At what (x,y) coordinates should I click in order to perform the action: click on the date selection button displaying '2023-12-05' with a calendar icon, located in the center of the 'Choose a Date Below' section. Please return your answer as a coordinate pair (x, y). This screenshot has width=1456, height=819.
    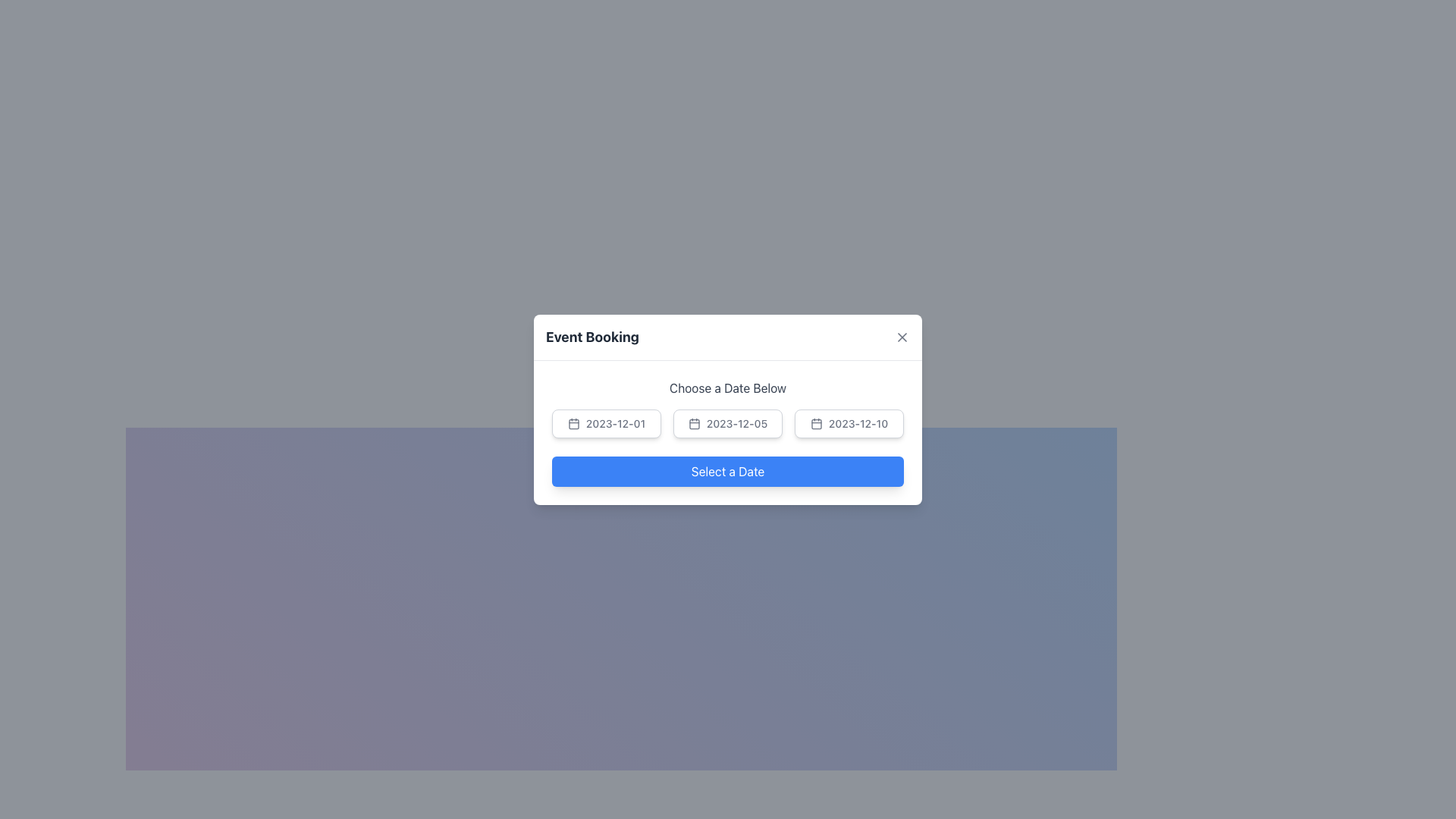
    Looking at the image, I should click on (728, 423).